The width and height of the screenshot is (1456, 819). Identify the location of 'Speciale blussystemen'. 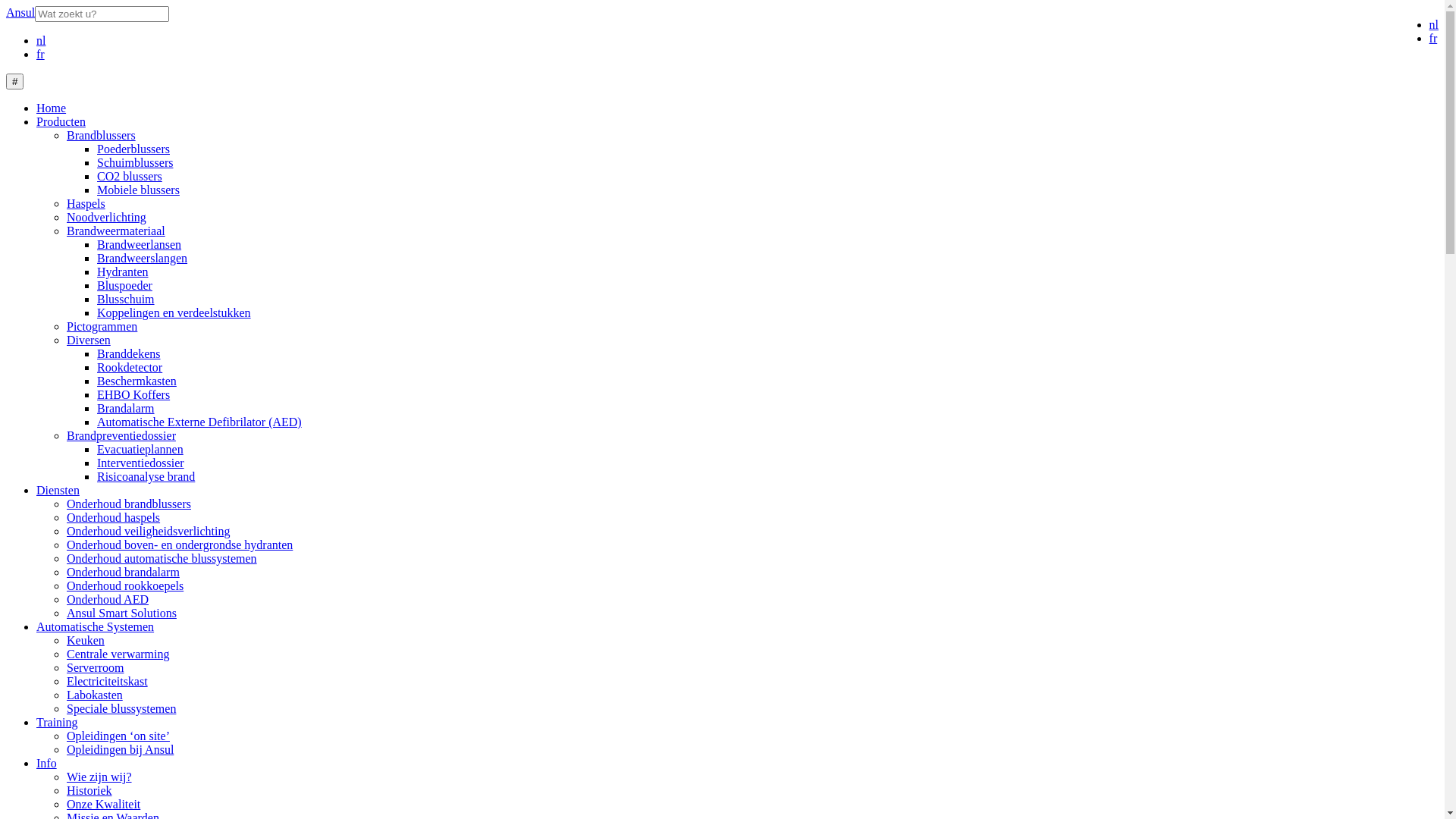
(120, 708).